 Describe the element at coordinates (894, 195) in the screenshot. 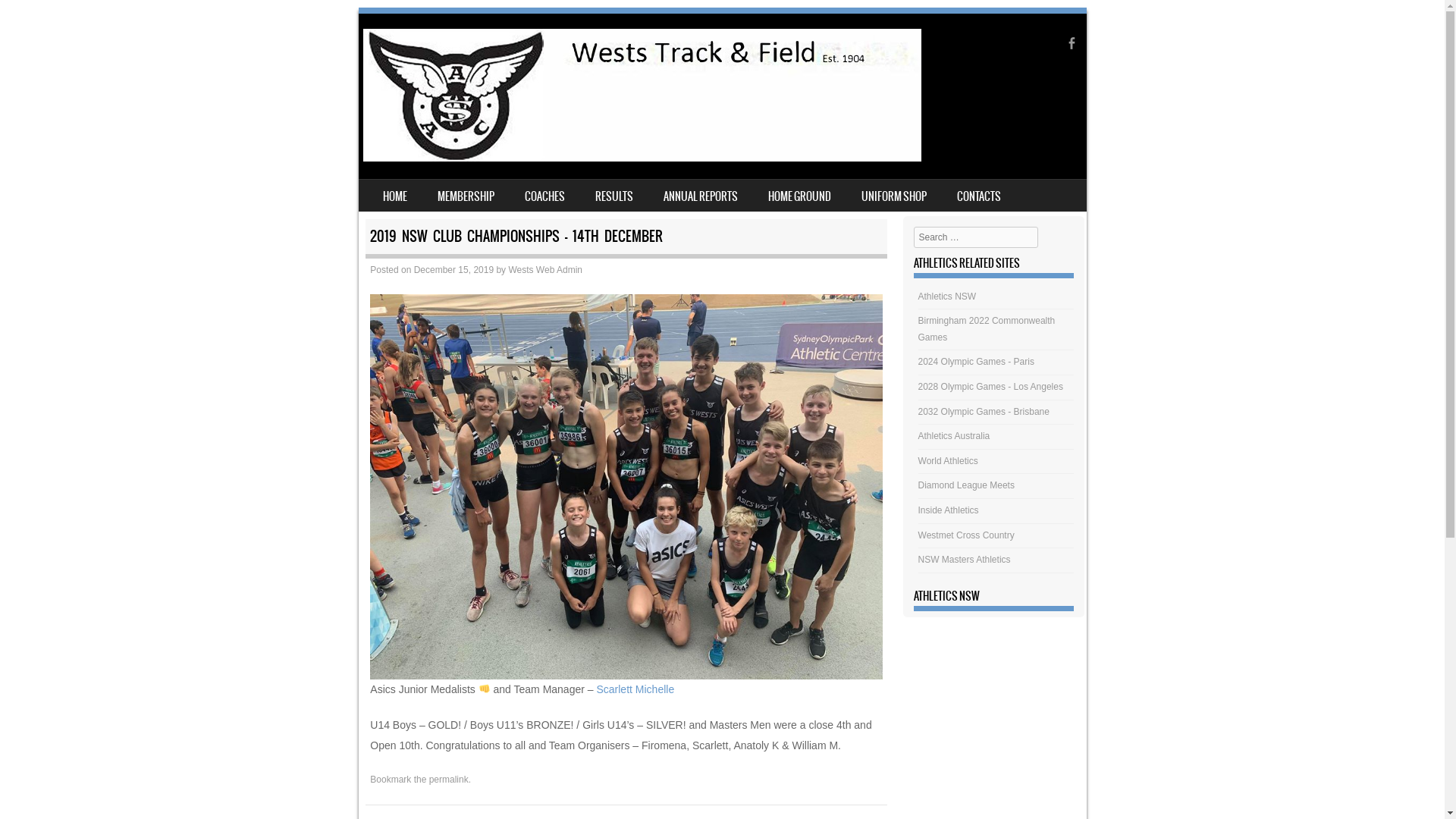

I see `'UNIFORM SHOP'` at that location.